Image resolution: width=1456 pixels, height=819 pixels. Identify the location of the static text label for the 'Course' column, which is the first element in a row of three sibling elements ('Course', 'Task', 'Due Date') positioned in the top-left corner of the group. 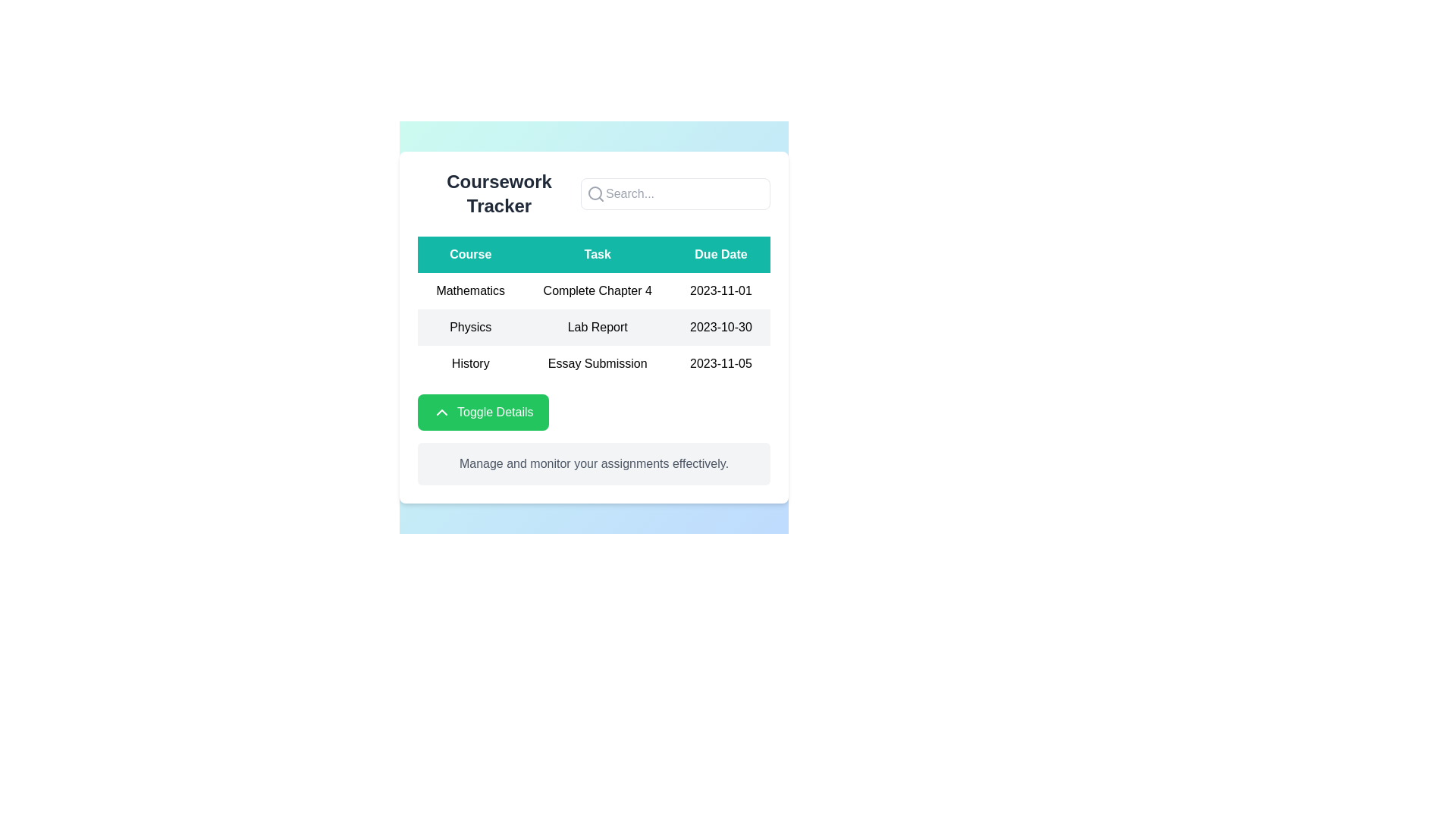
(469, 253).